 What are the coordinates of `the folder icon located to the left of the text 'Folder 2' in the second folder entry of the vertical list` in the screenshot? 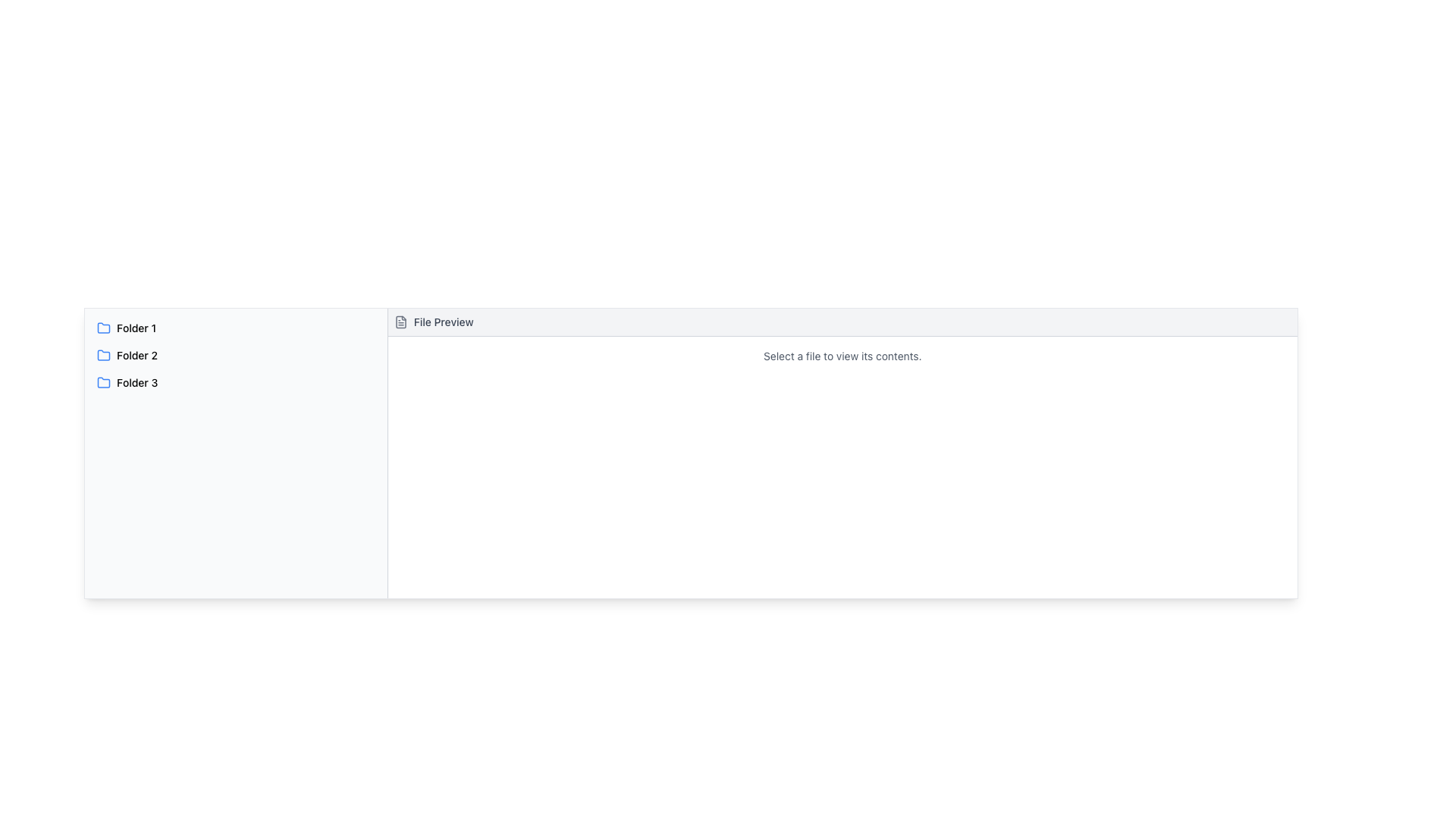 It's located at (103, 356).